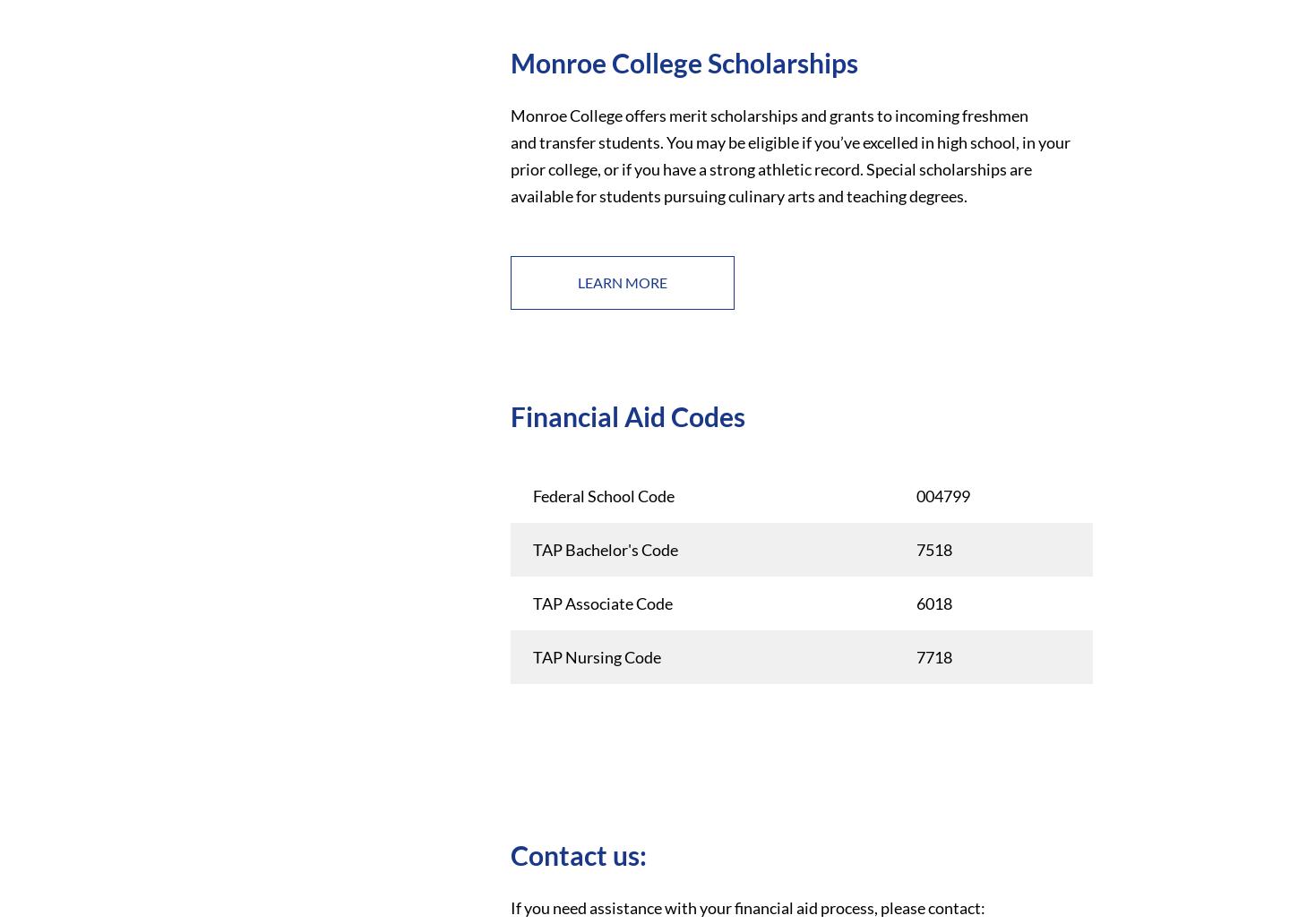  I want to click on '004799', so click(915, 495).